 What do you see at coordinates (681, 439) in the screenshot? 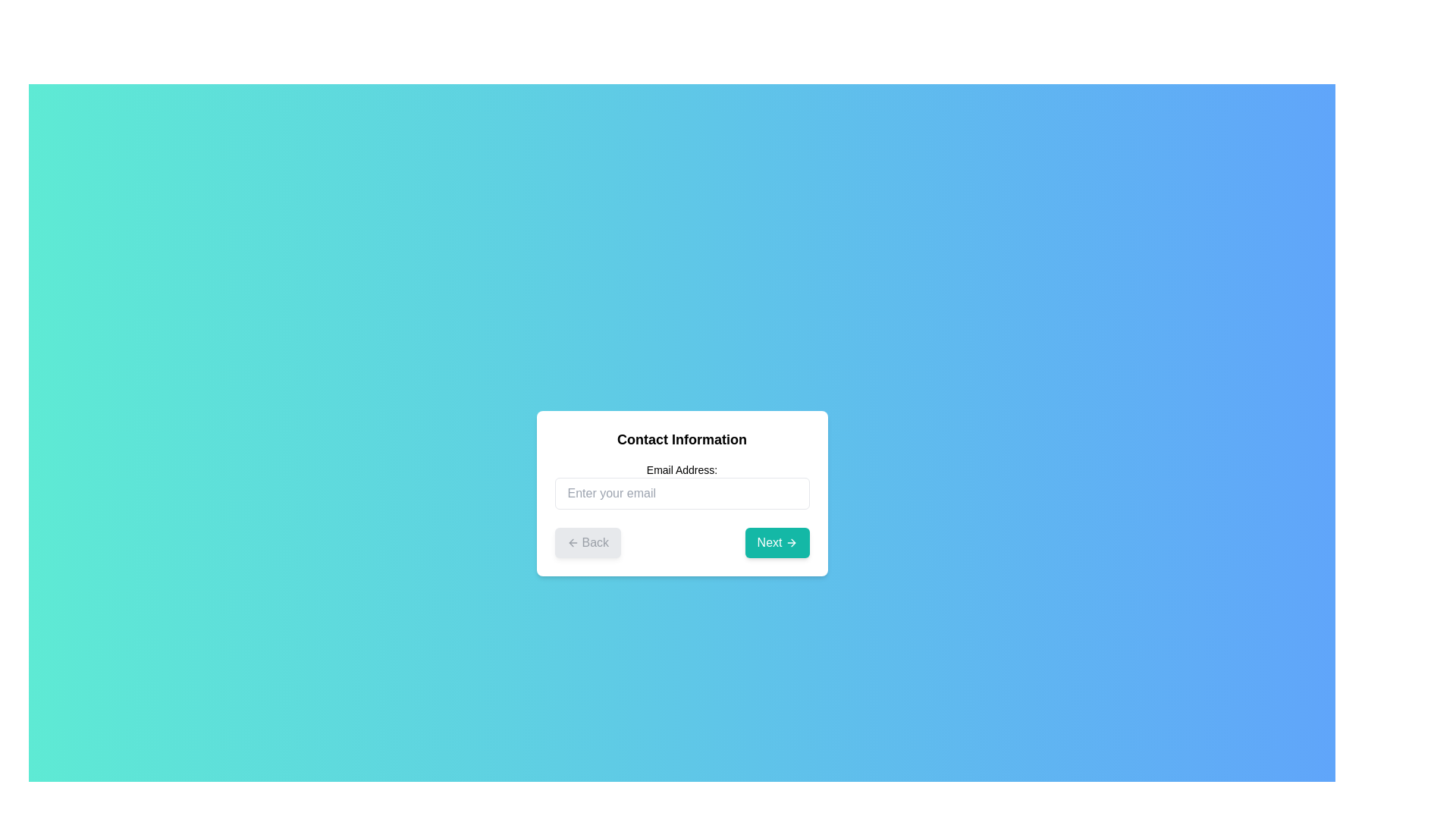
I see `text label that displays 'Contact Information', which is located in a modal above the 'Email Address' input field` at bounding box center [681, 439].